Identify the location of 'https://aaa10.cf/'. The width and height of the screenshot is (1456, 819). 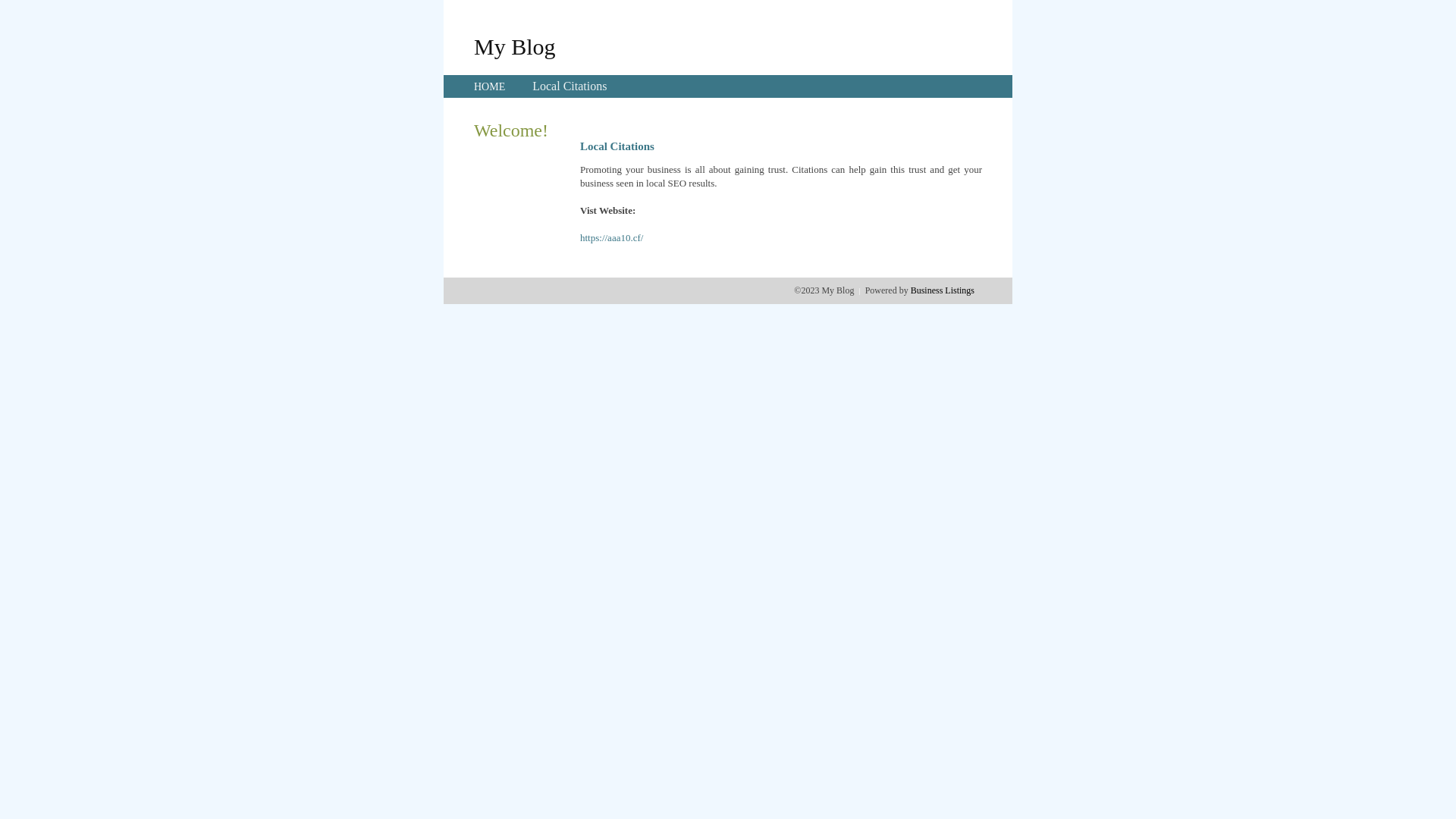
(611, 237).